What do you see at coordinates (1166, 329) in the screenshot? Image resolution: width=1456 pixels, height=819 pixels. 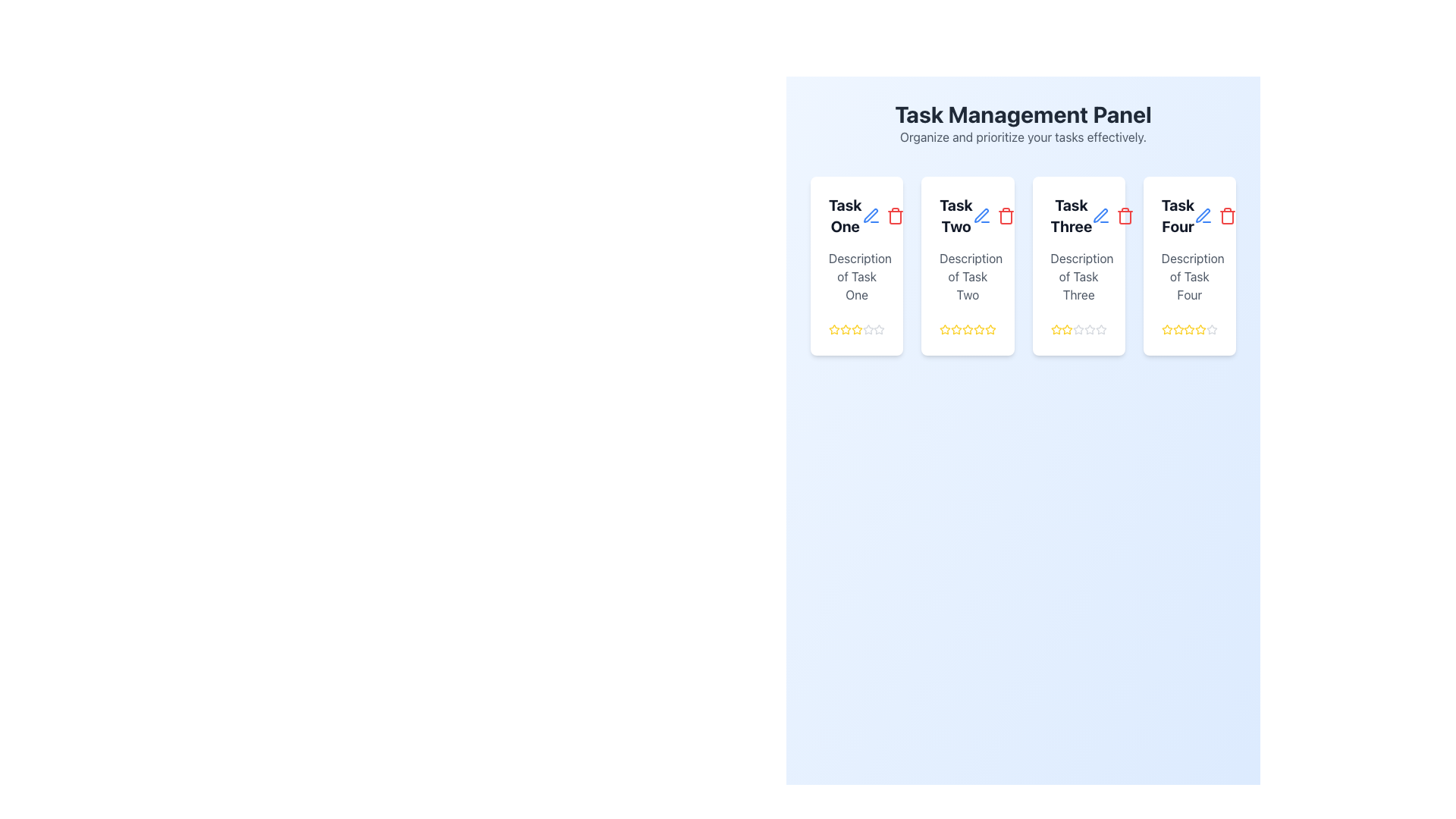 I see `the first star icon in the rating system located under the task description in the card labeled 'Task Four'` at bounding box center [1166, 329].